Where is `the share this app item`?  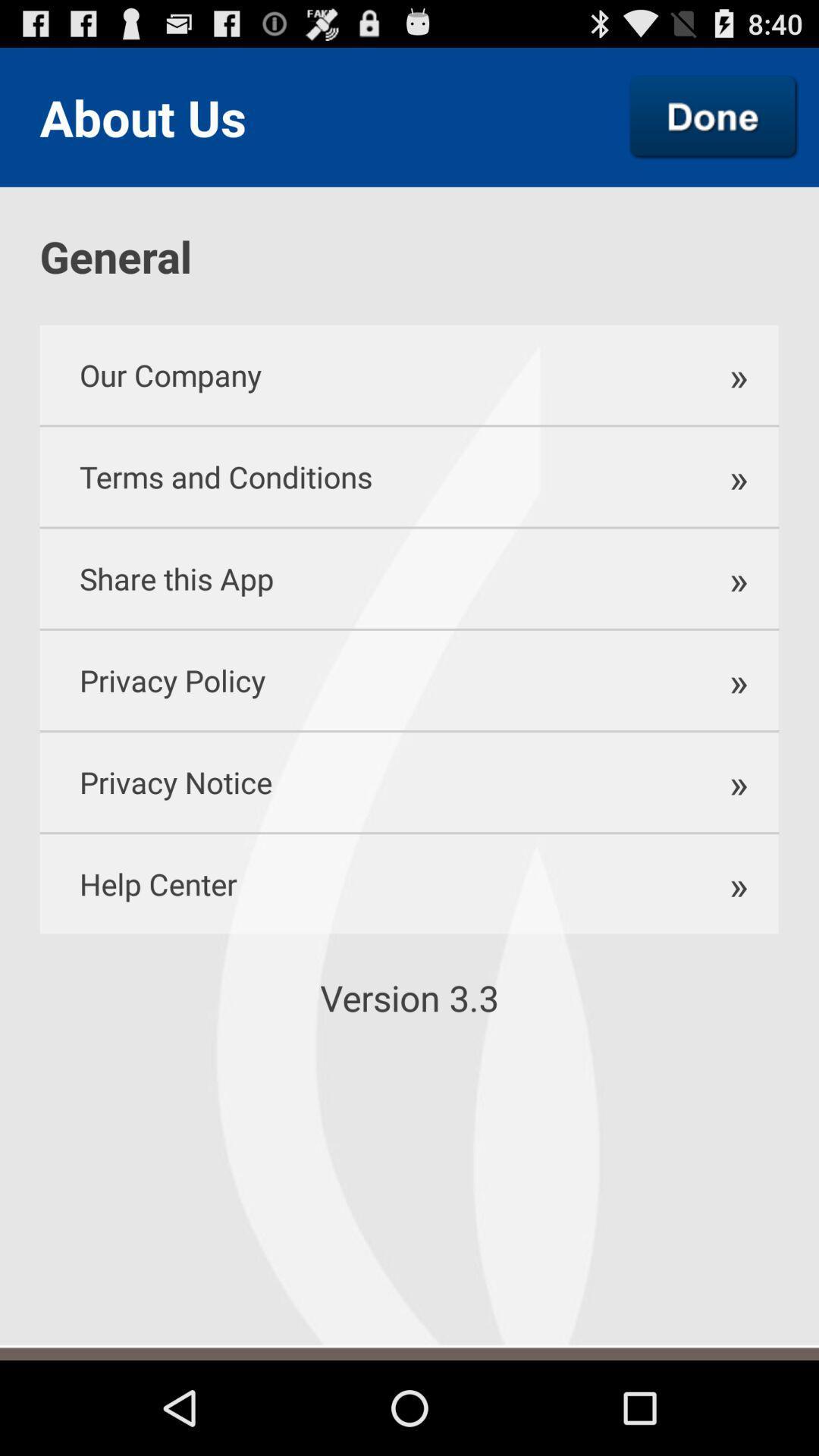
the share this app item is located at coordinates (362, 578).